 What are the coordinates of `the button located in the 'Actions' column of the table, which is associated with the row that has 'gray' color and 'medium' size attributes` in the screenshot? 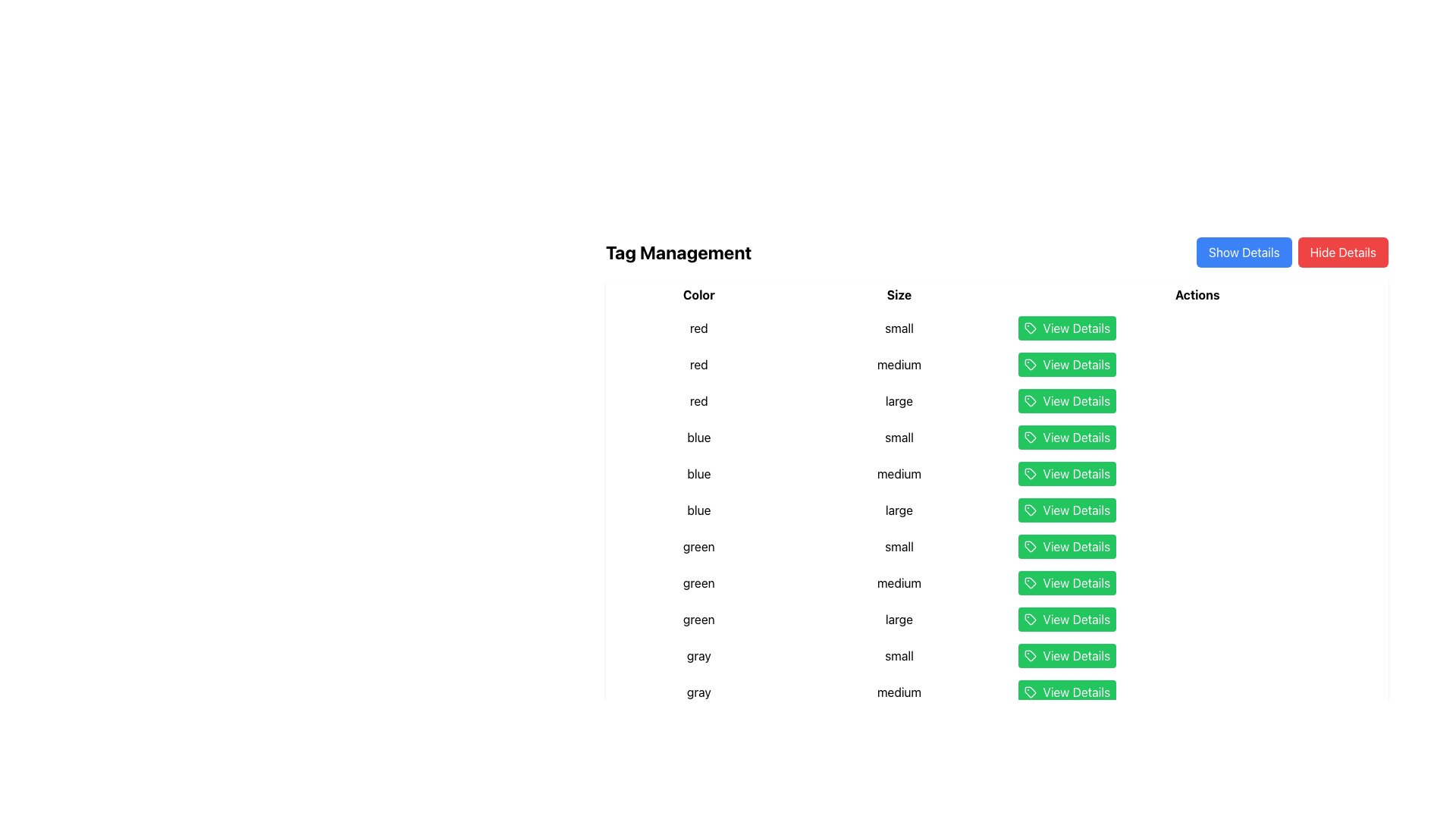 It's located at (1197, 692).